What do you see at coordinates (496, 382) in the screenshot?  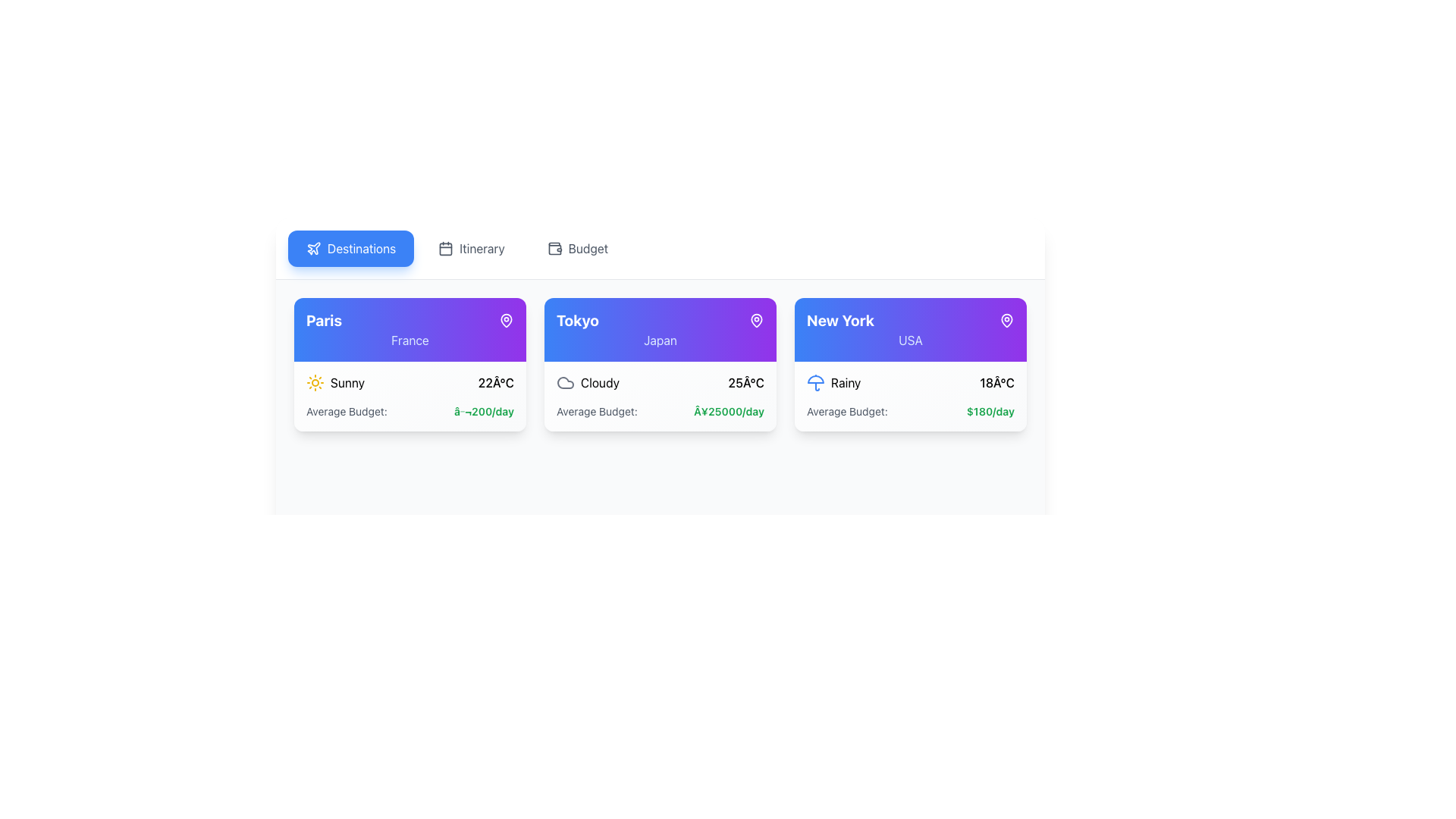 I see `the temperature display element for the weather forecast of 'Paris', located in the upper-right section of the card, following the text 'Sunny'` at bounding box center [496, 382].